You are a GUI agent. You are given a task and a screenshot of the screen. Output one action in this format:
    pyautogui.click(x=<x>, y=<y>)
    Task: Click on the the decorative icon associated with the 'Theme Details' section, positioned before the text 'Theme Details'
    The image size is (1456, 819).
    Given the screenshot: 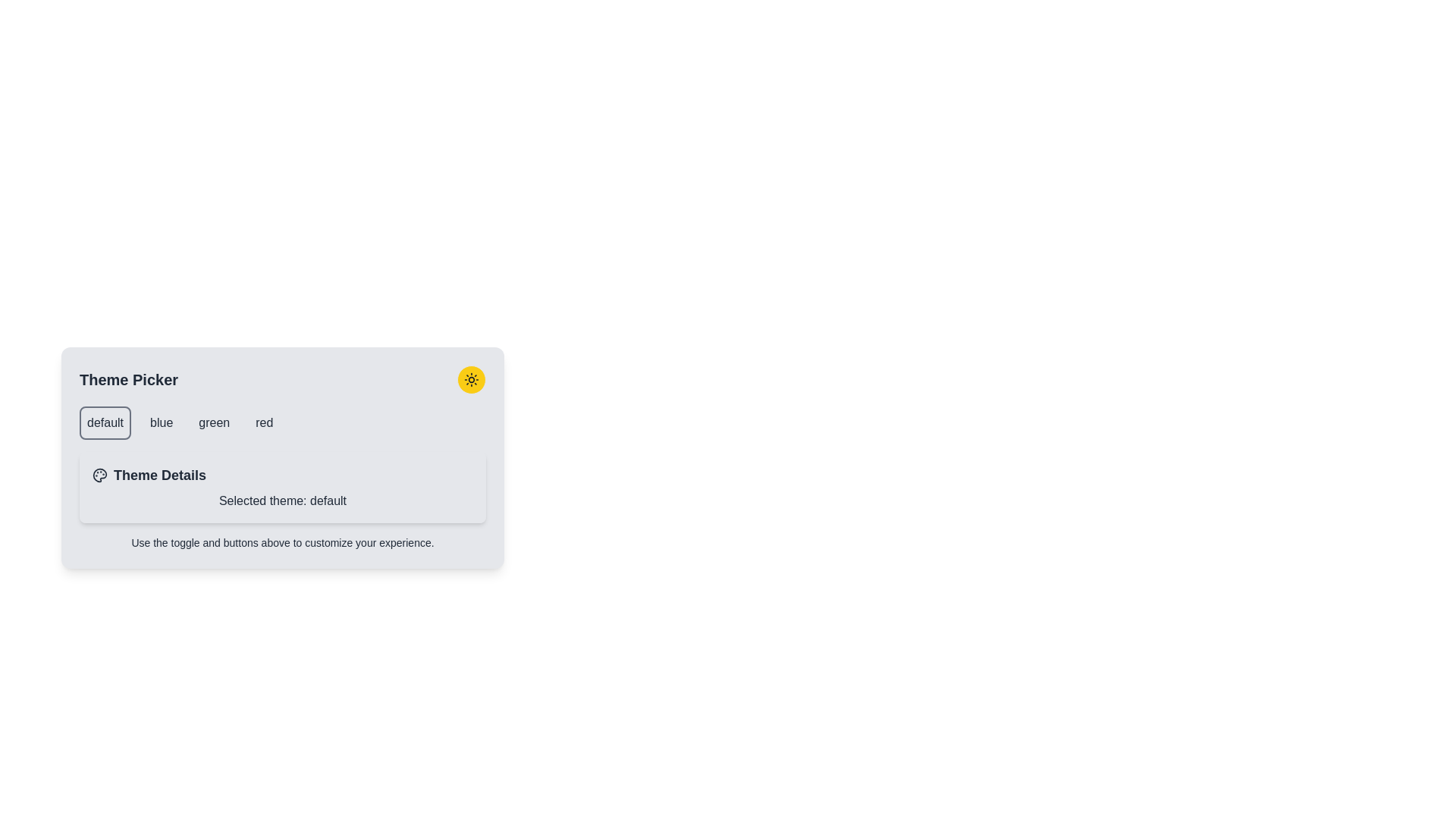 What is the action you would take?
    pyautogui.click(x=99, y=475)
    